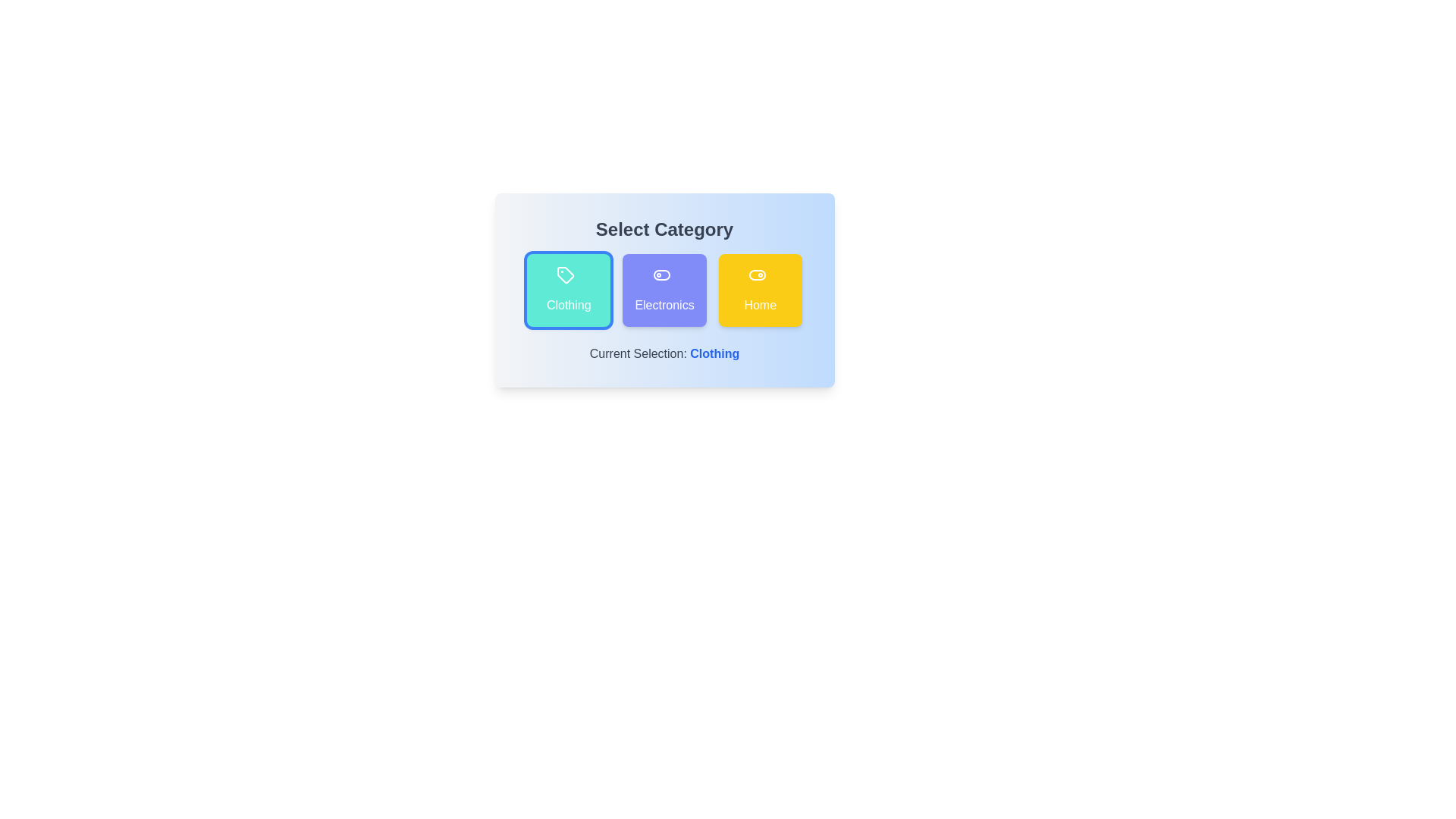 The image size is (1456, 819). Describe the element at coordinates (568, 290) in the screenshot. I see `the 'Clothing' button to select the 'Clothing' category` at that location.